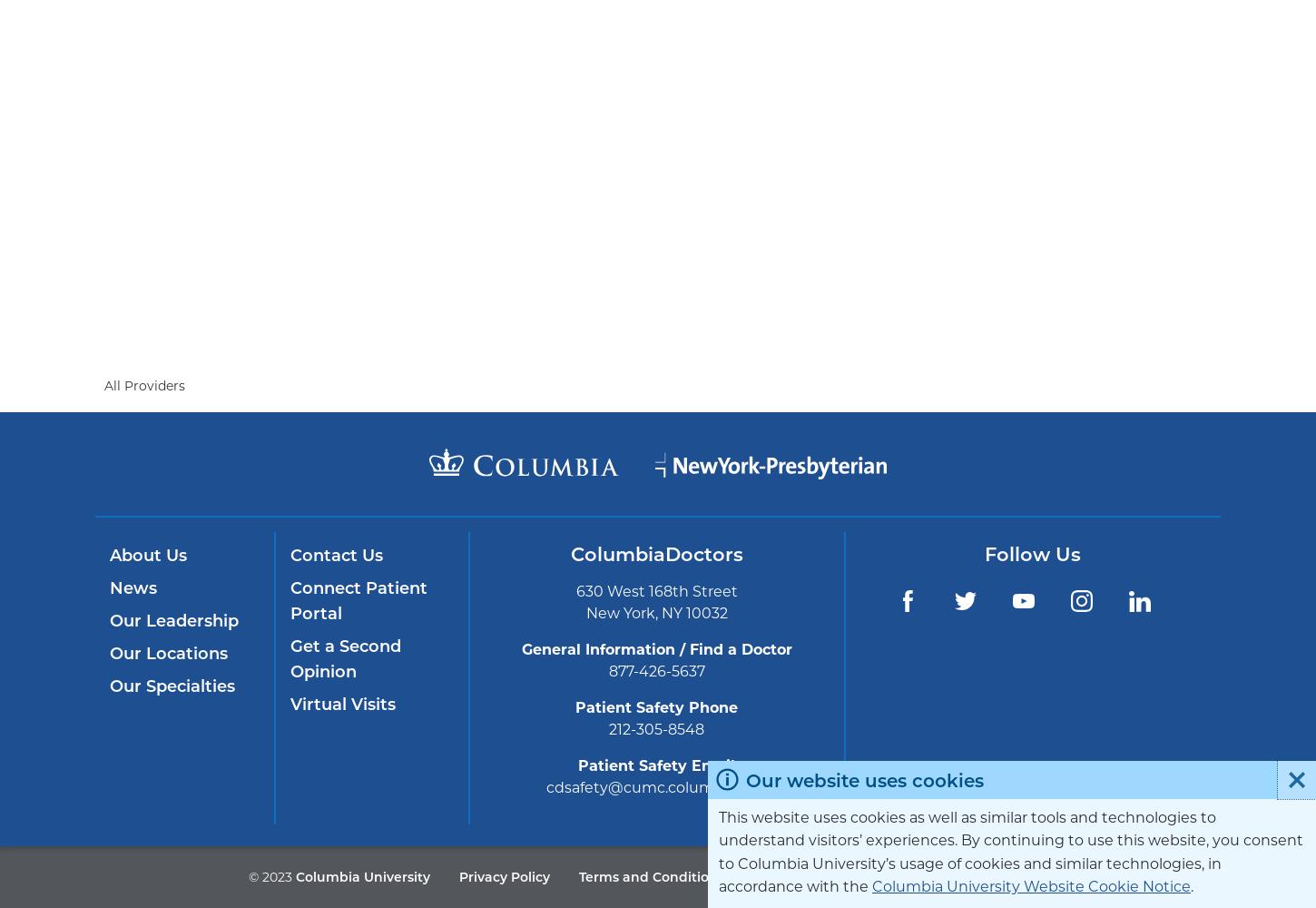  Describe the element at coordinates (290, 601) in the screenshot. I see `'Connect Patient Portal'` at that location.